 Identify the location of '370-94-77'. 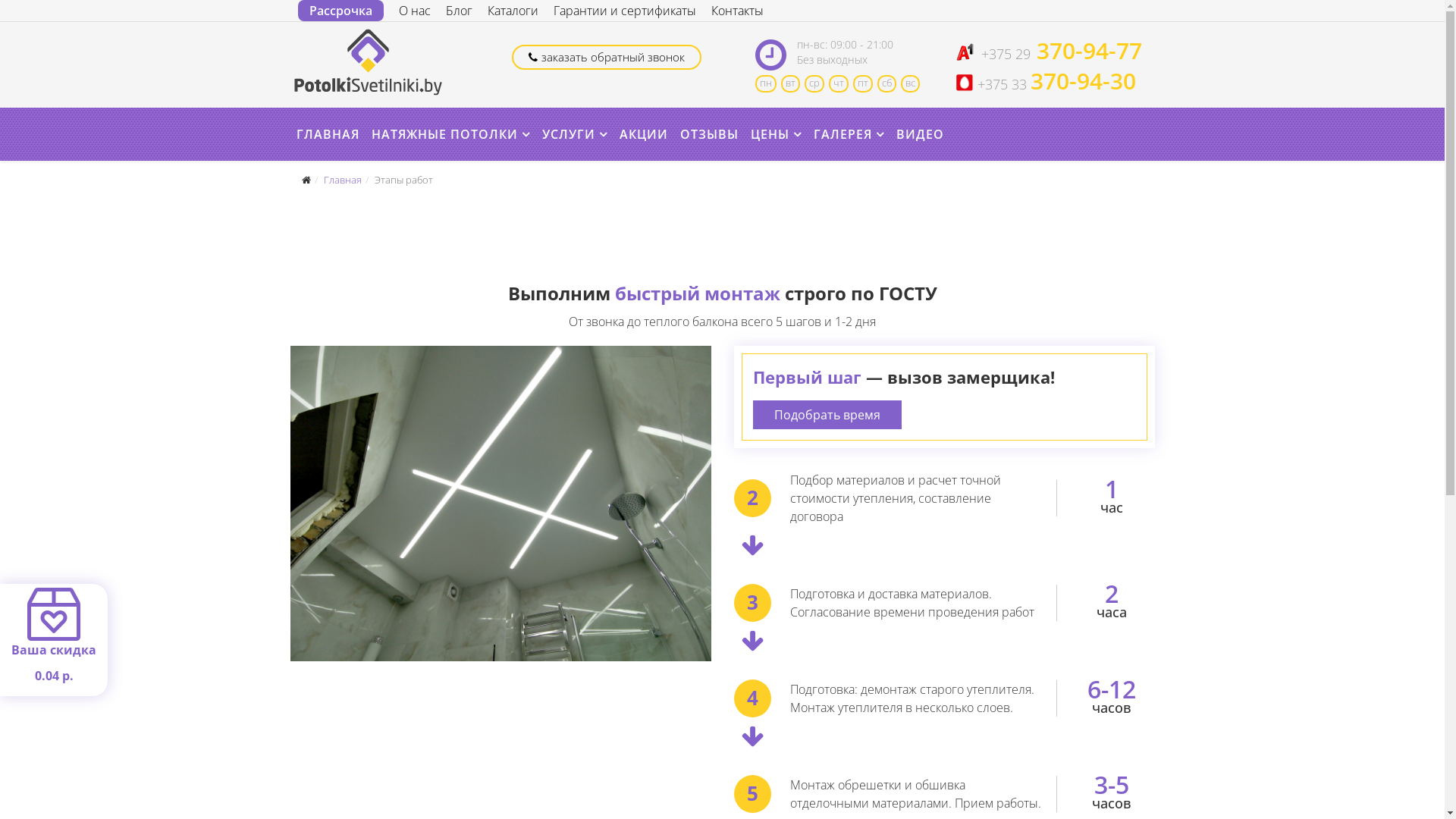
(1085, 52).